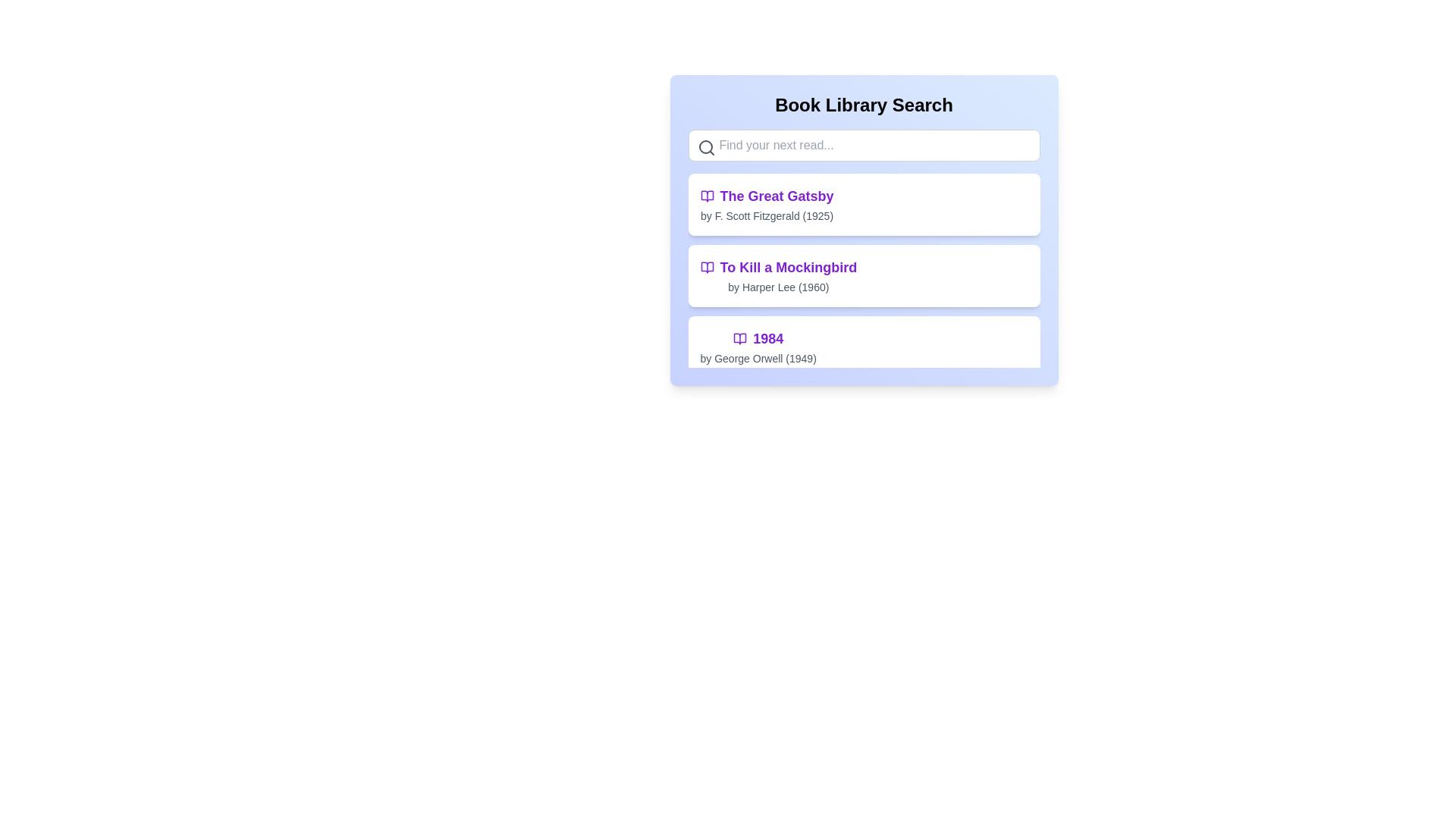  Describe the element at coordinates (758, 347) in the screenshot. I see `the text label displaying '1984 by George Orwell (1949)' which is styled in bold purple font and located as the third entry in the list of book entries` at that location.